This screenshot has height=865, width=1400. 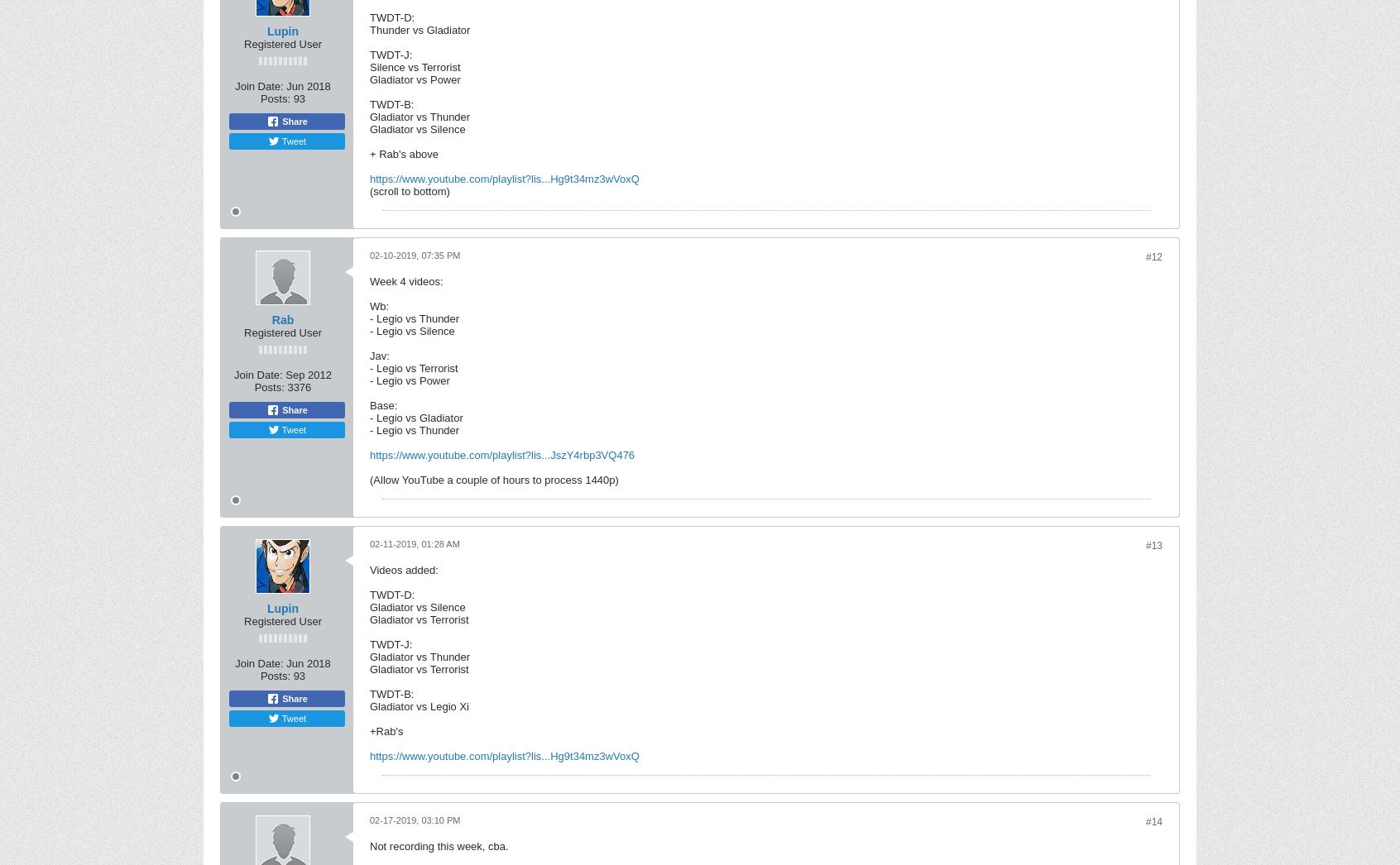 I want to click on 'Rab', so click(x=271, y=320).